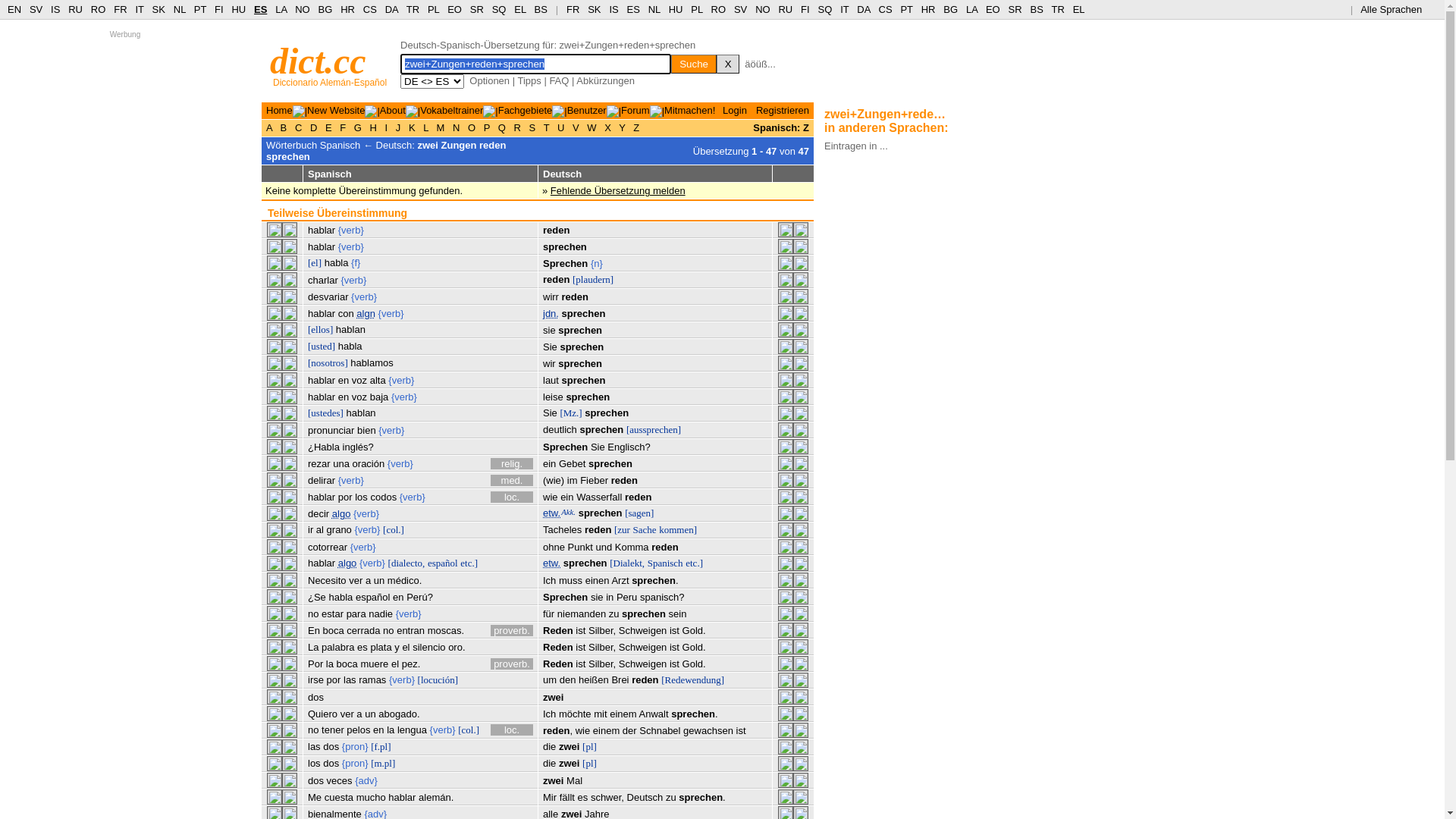 This screenshot has height=819, width=1456. Describe the element at coordinates (512, 480) in the screenshot. I see `'med.'` at that location.